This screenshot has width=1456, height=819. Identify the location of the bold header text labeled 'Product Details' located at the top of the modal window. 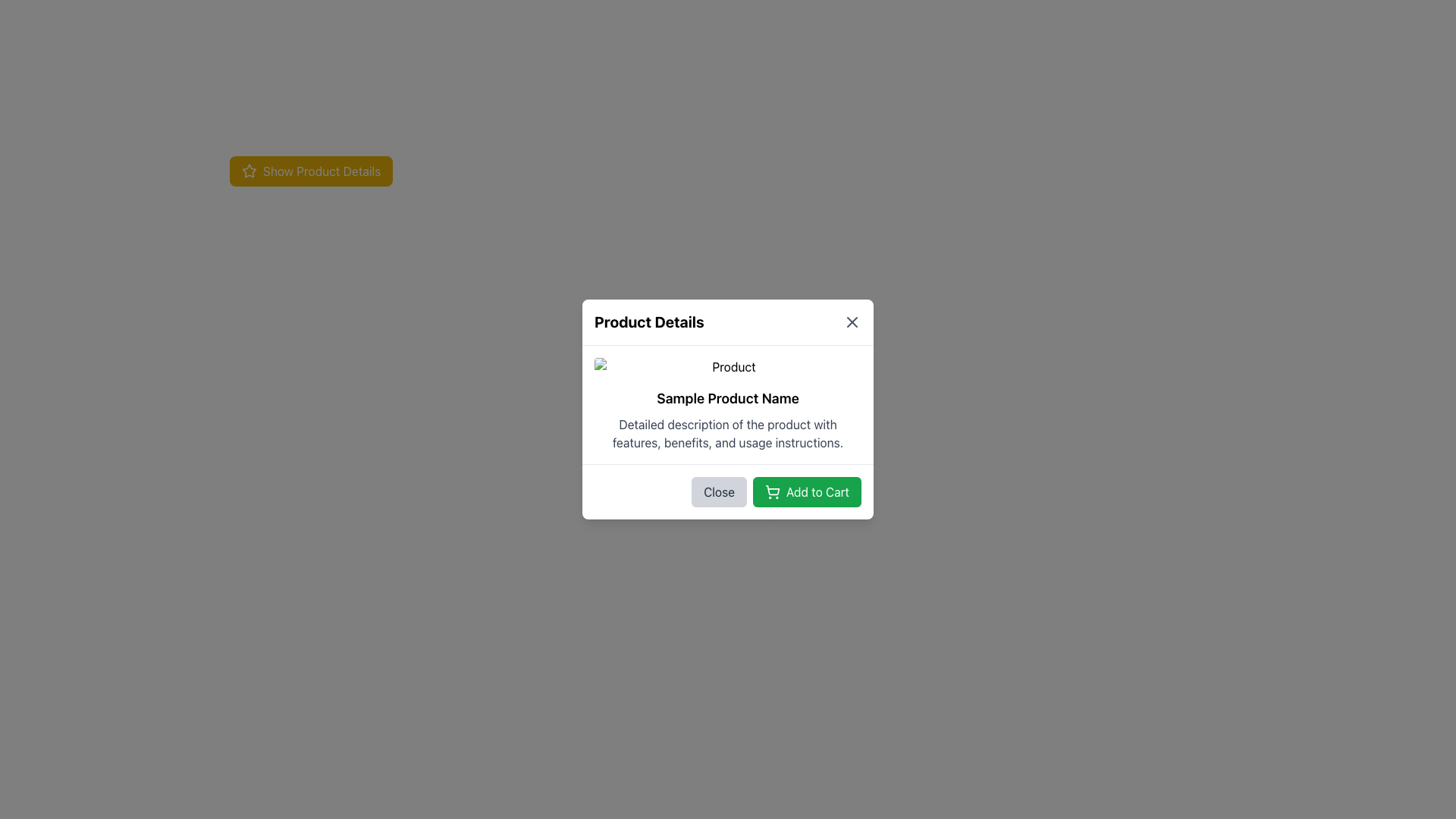
(649, 321).